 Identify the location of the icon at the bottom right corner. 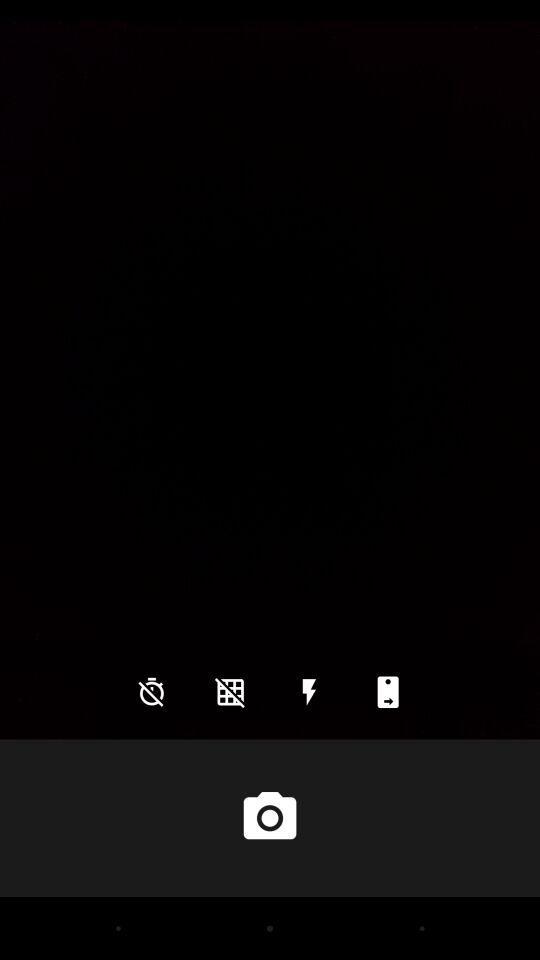
(388, 692).